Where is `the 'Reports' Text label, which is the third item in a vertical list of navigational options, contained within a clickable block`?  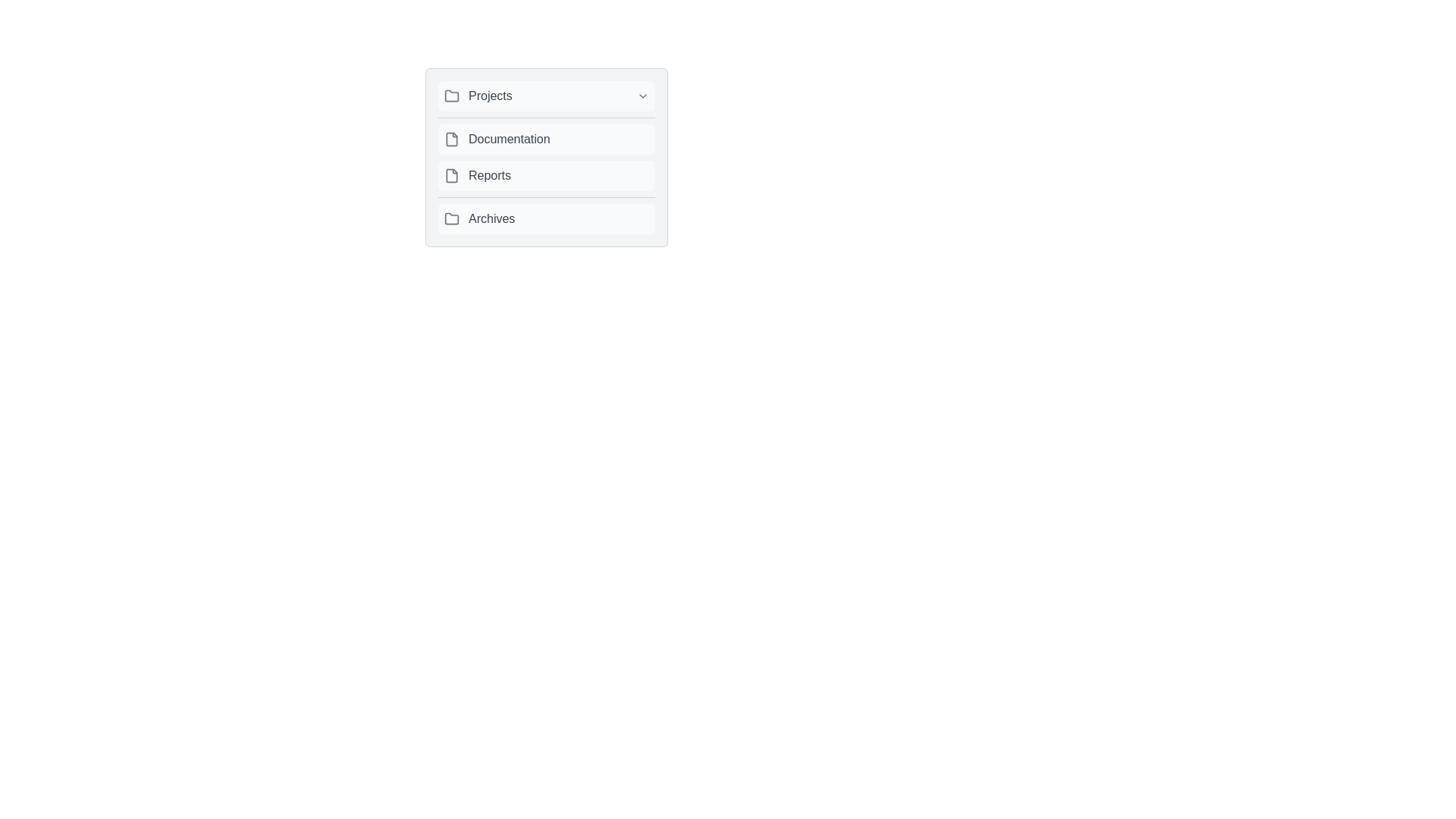
the 'Reports' Text label, which is the third item in a vertical list of navigational options, contained within a clickable block is located at coordinates (490, 174).